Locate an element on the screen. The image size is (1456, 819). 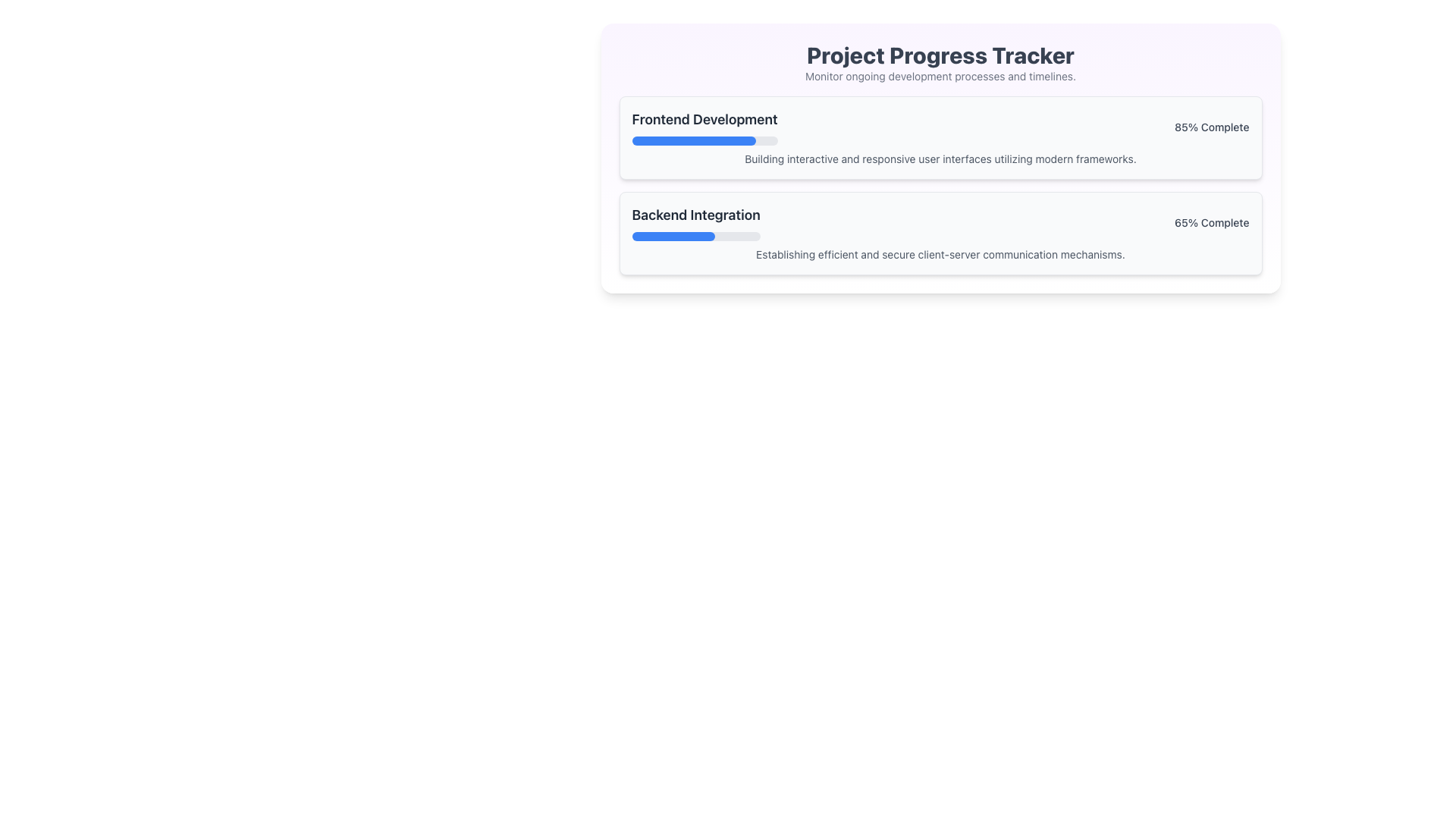
the text element "Backend Integration" which is styled in bold, larger size, and dark gray color located in the second section of the interface is located at coordinates (695, 215).